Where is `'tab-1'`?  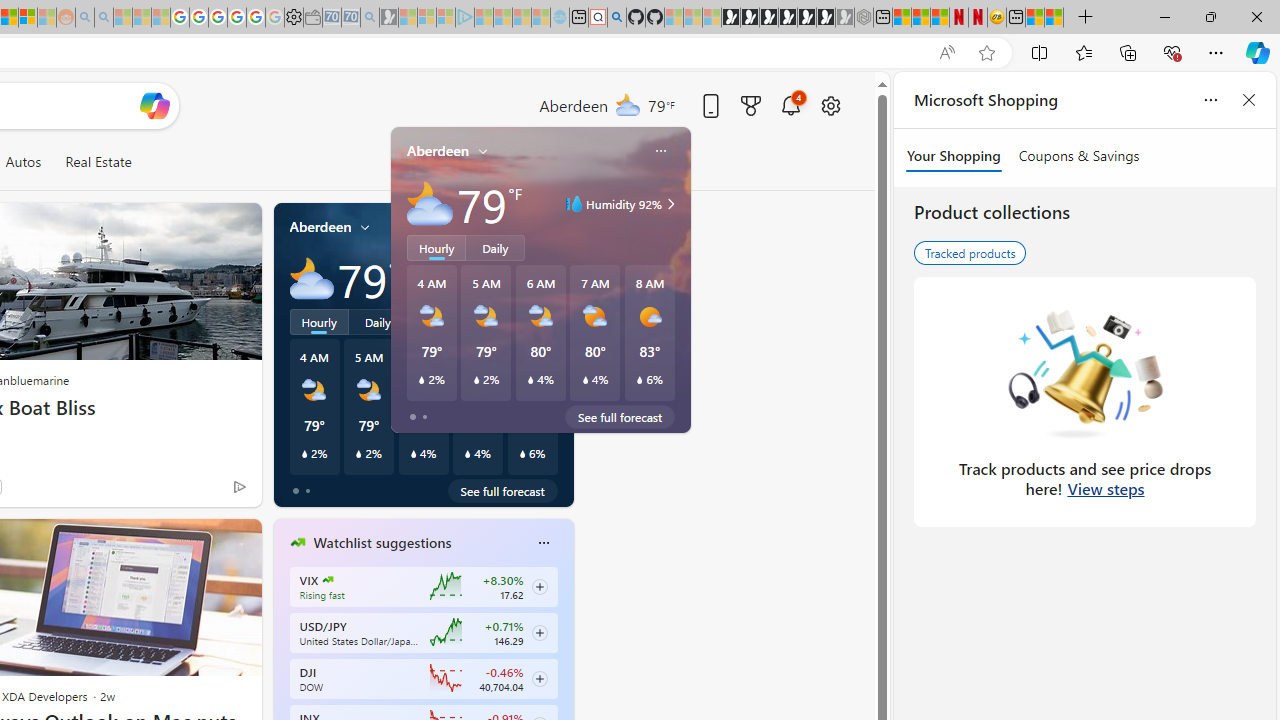
'tab-1' is located at coordinates (306, 491).